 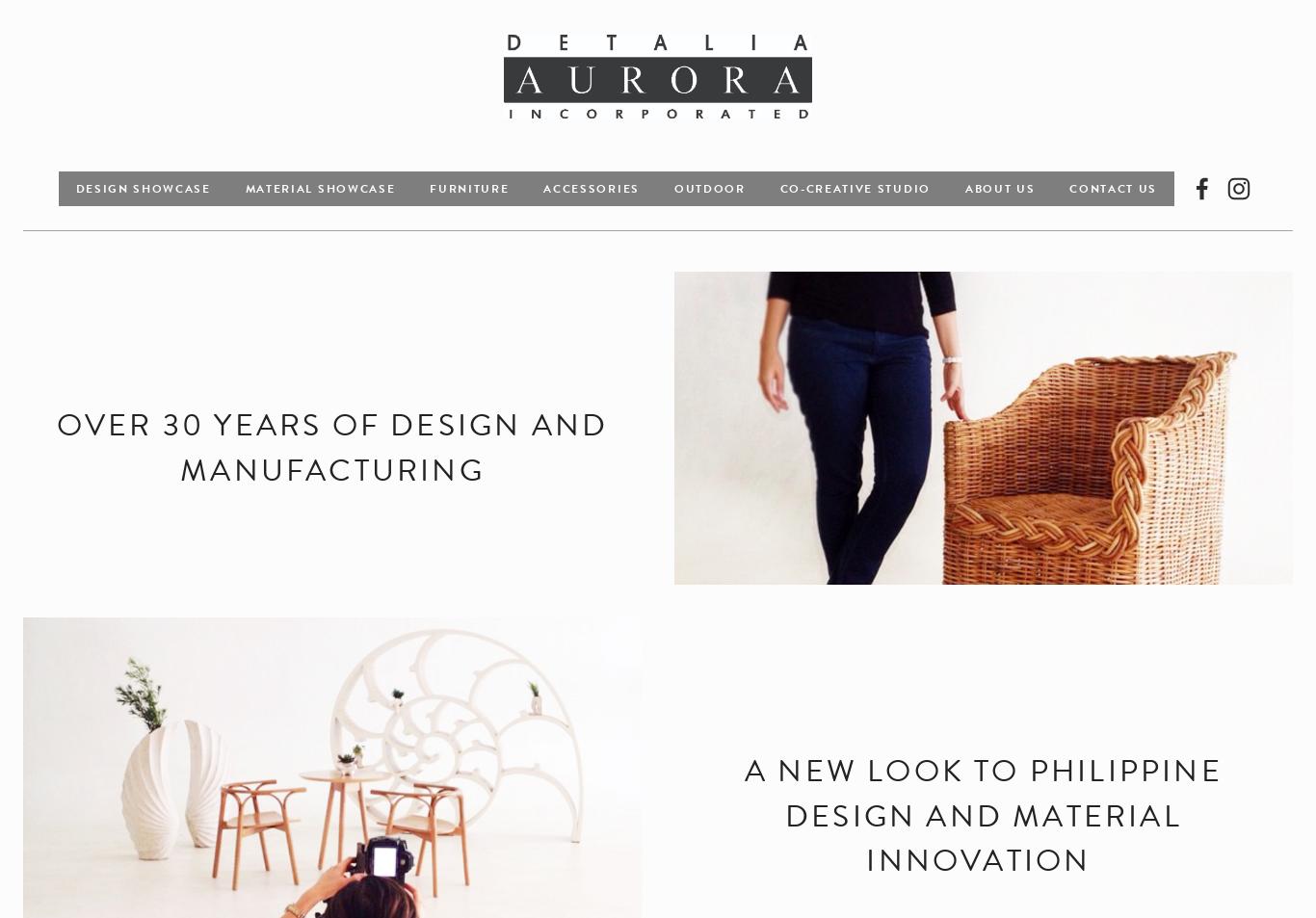 I want to click on 'DESIGN SHOWCASE', so click(x=141, y=186).